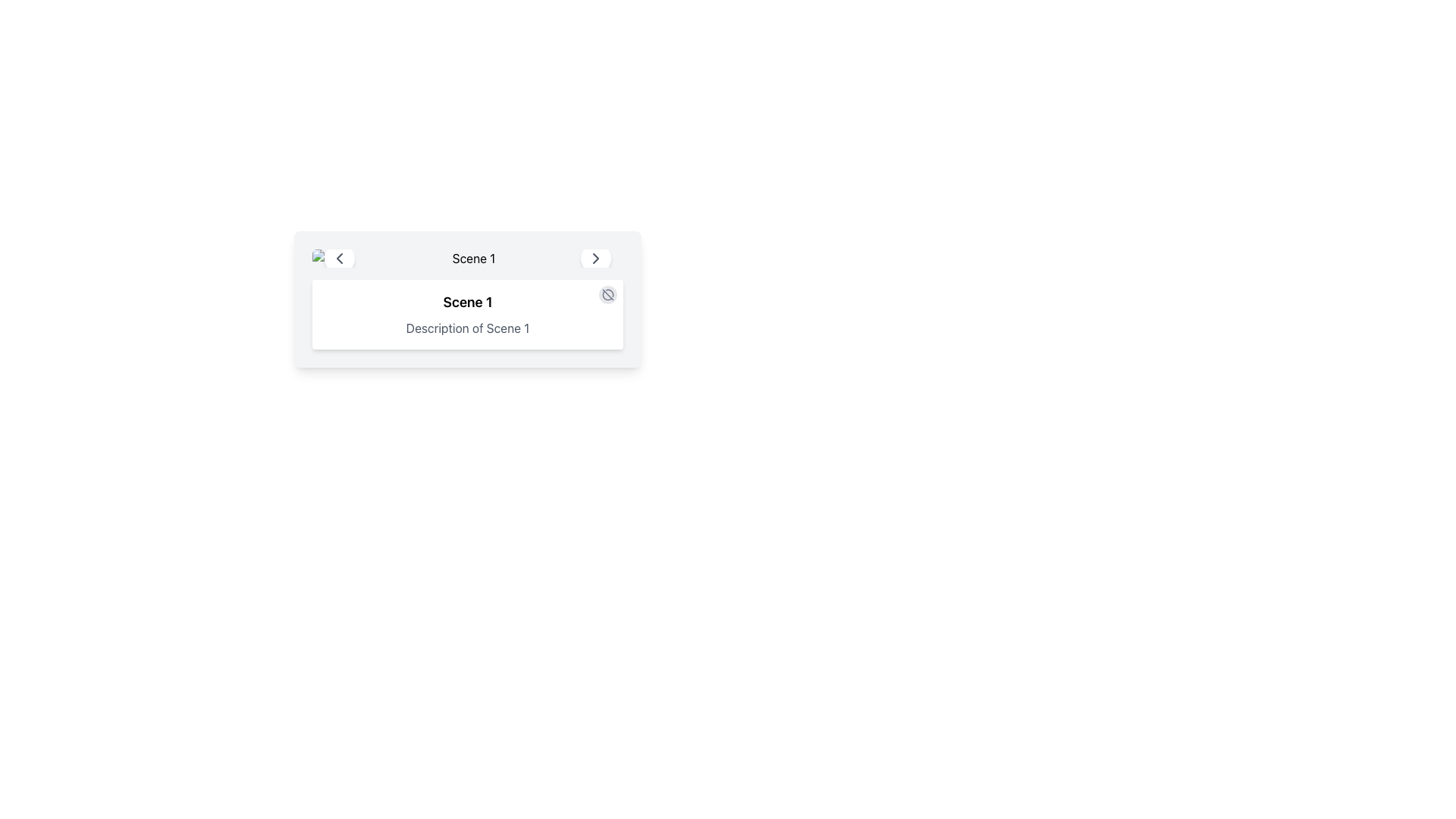 The width and height of the screenshot is (1456, 819). I want to click on the left navigational button located to the left of the panel displaying 'Scene 1', so click(338, 257).